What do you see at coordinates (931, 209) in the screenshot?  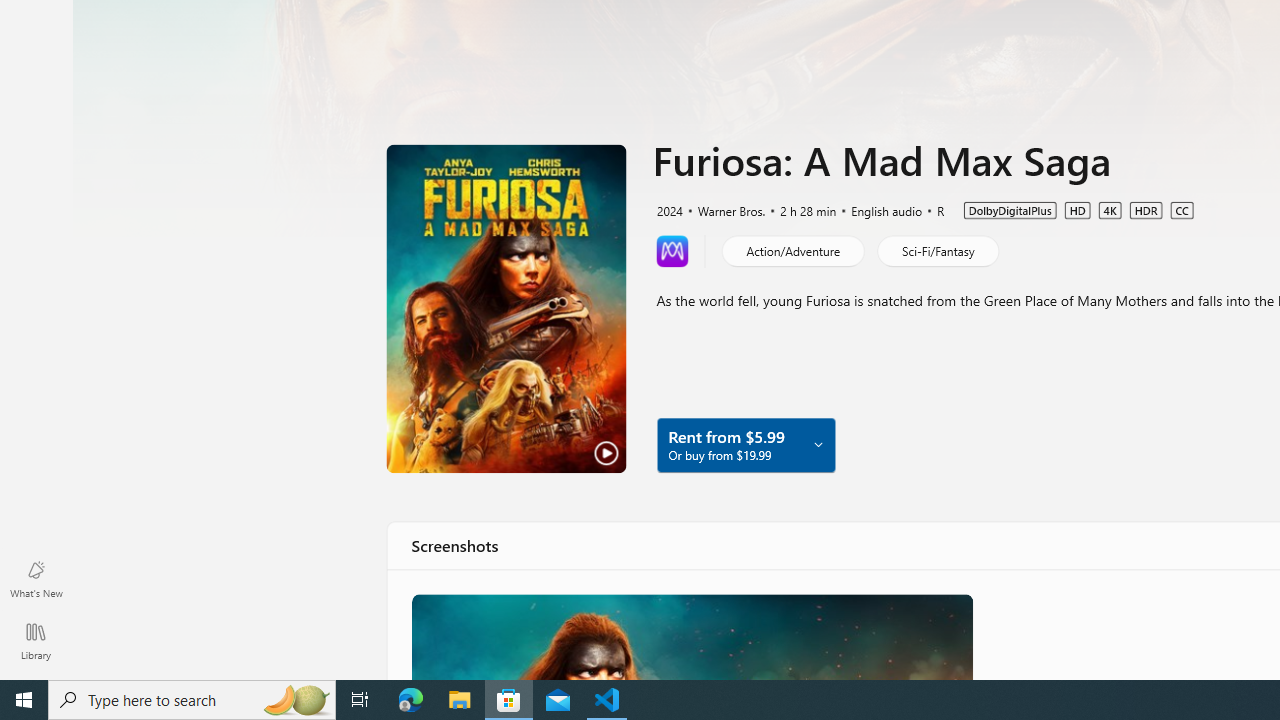 I see `'R'` at bounding box center [931, 209].